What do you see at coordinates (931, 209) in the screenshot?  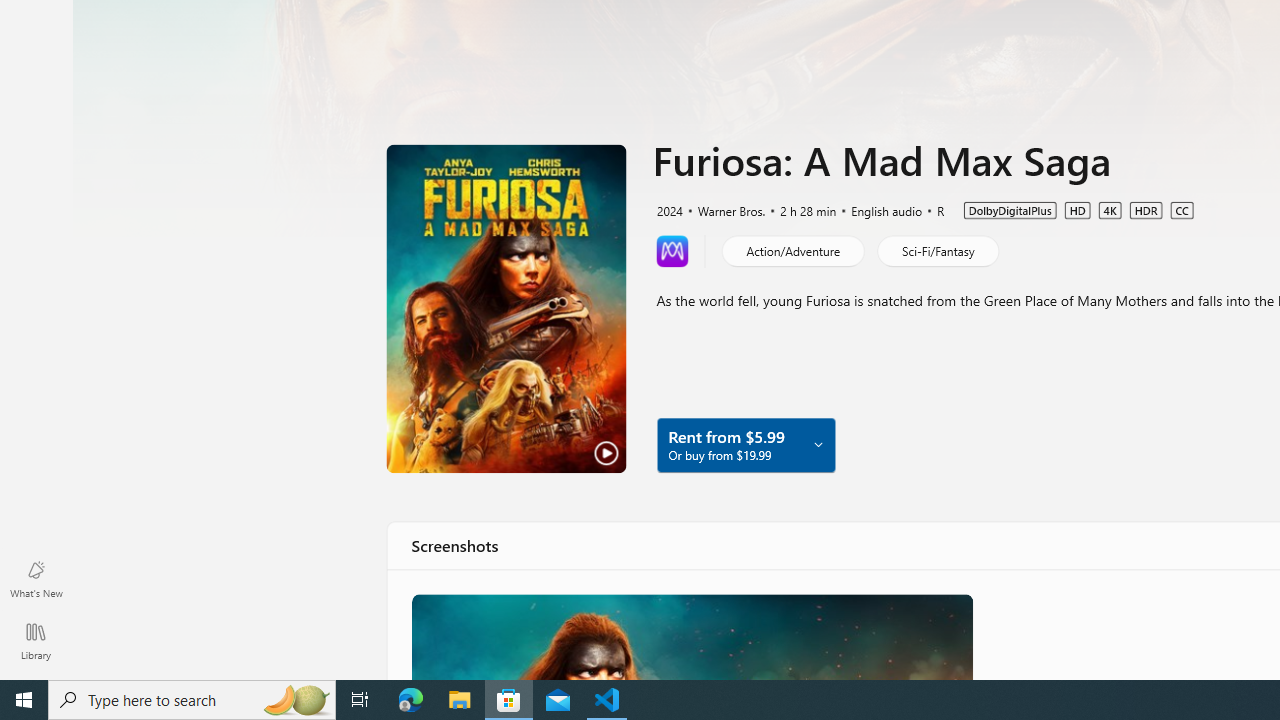 I see `'R'` at bounding box center [931, 209].